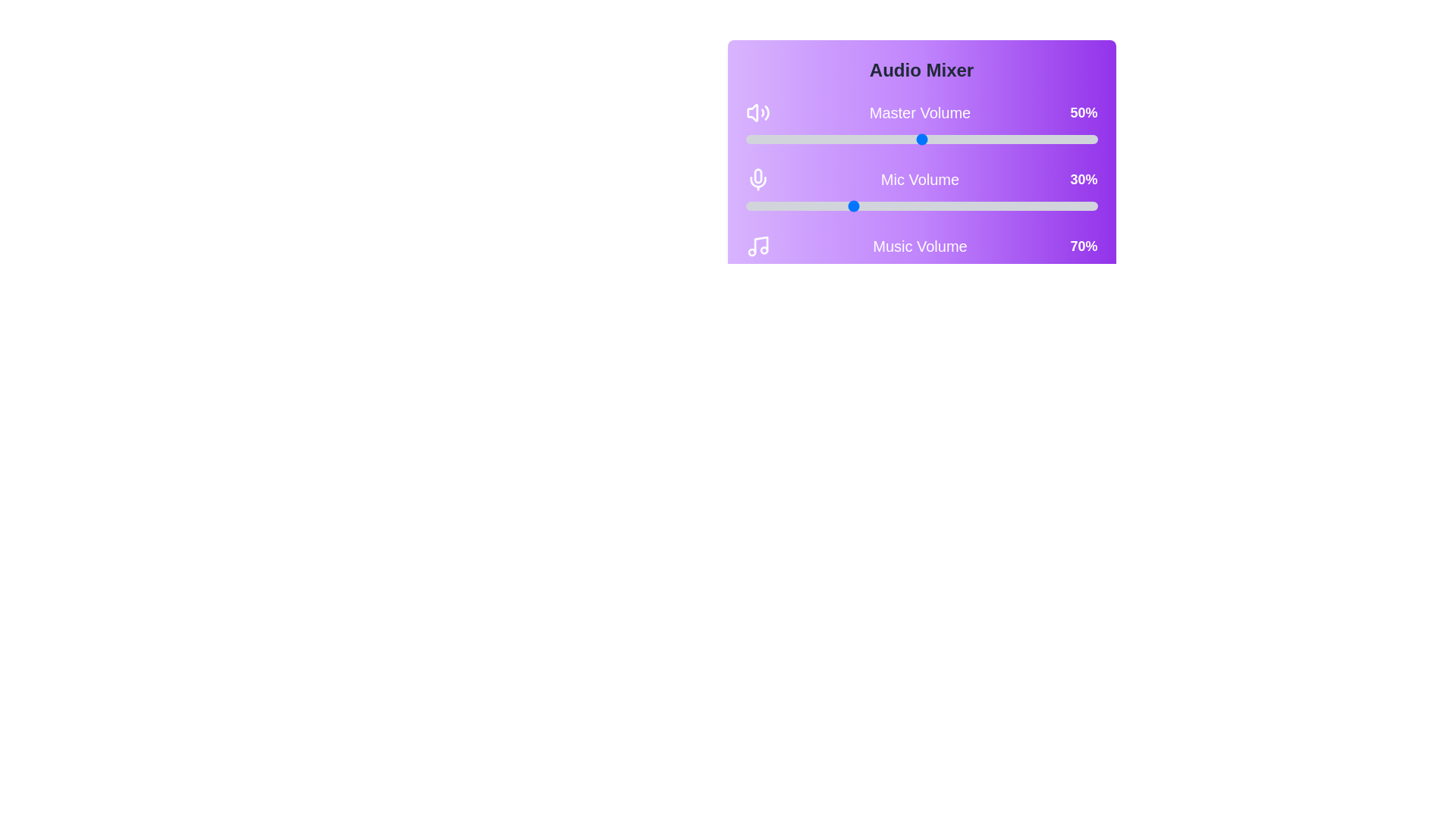 This screenshot has width=1456, height=819. Describe the element at coordinates (995, 140) in the screenshot. I see `the Master Volume slider` at that location.